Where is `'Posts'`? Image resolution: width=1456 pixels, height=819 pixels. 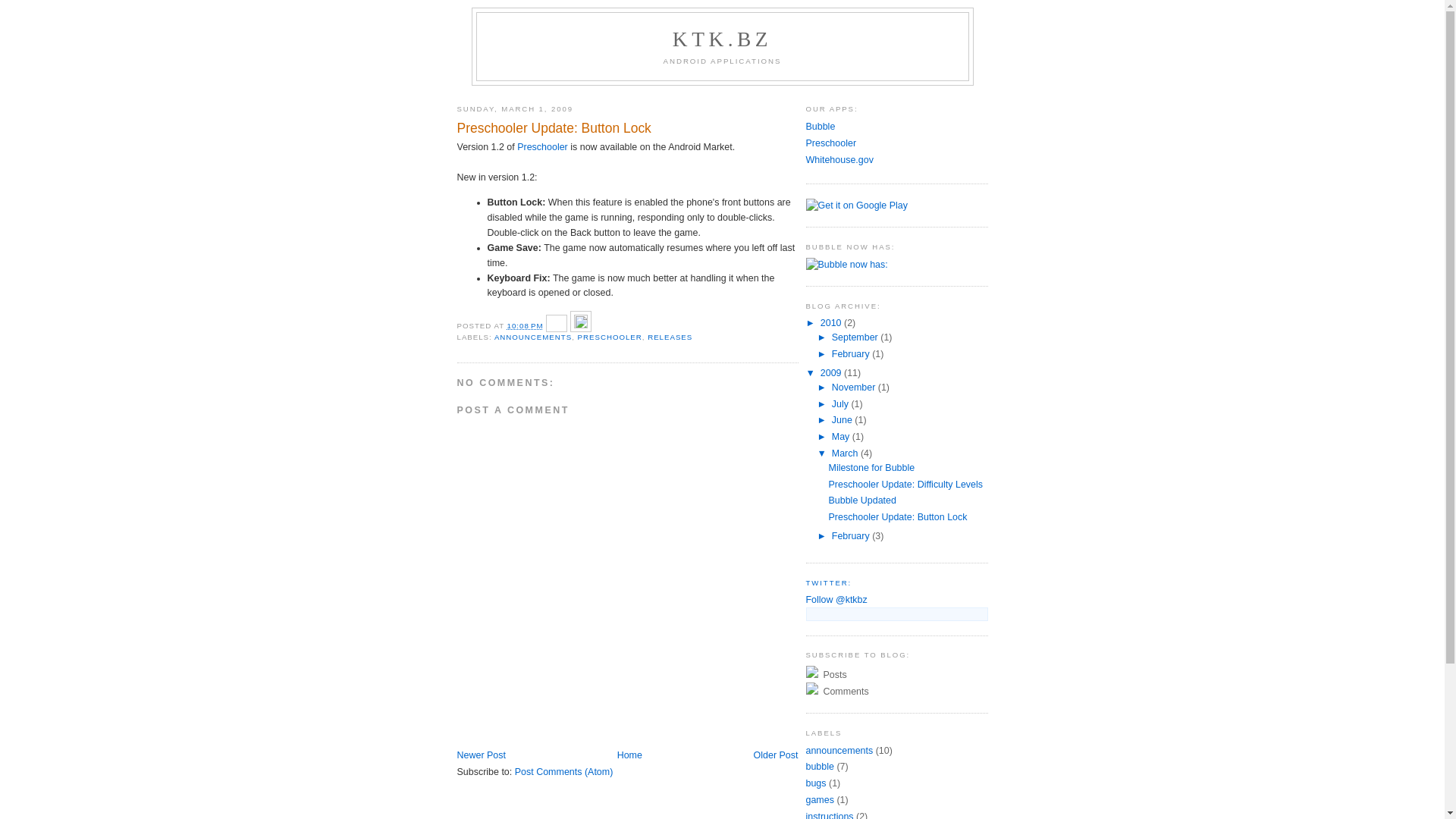
'Posts' is located at coordinates (833, 674).